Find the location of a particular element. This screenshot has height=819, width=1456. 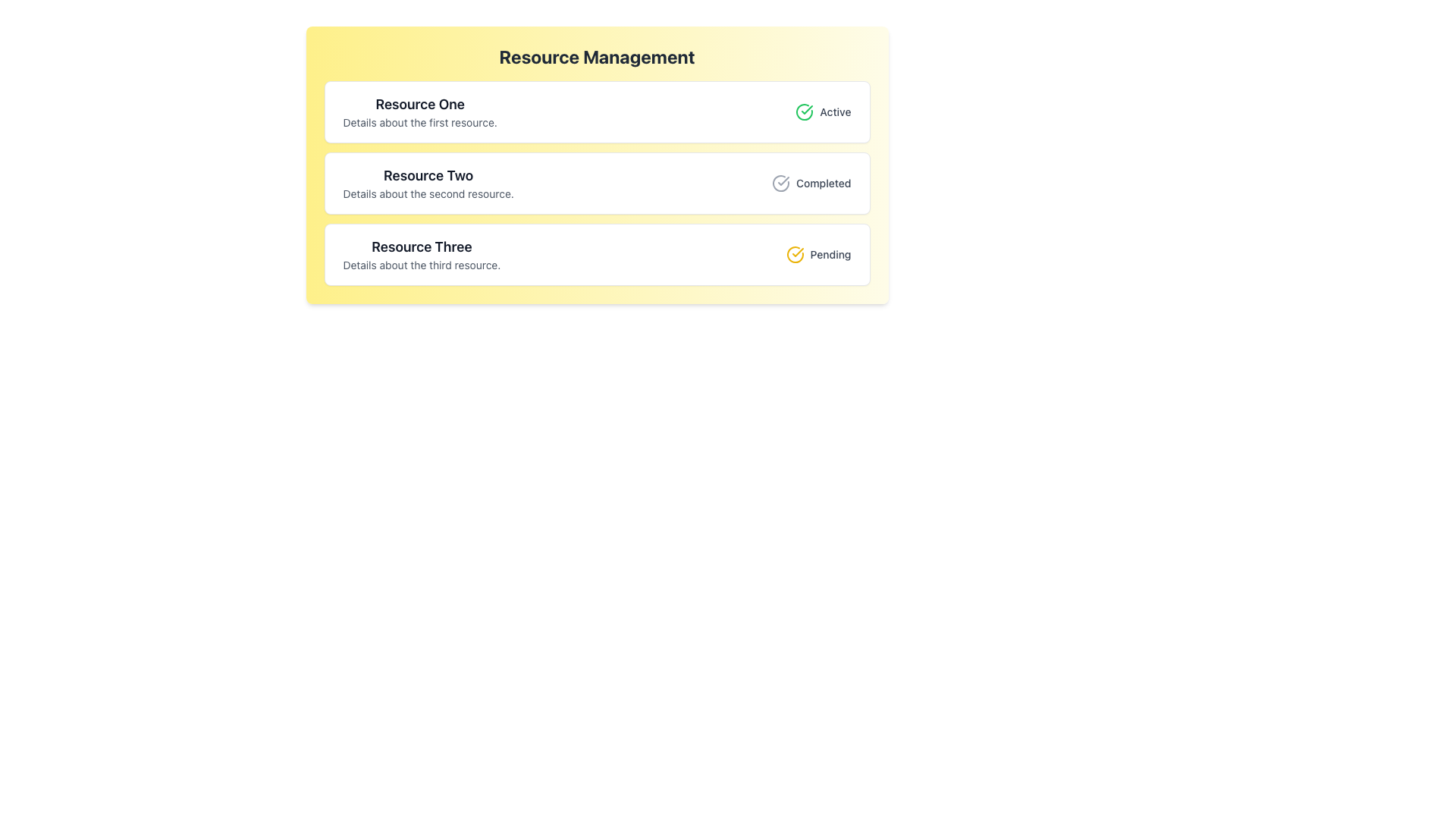

text element that contains 'Details about the first resource.' positioned below the heading 'Resource One.' is located at coordinates (420, 122).